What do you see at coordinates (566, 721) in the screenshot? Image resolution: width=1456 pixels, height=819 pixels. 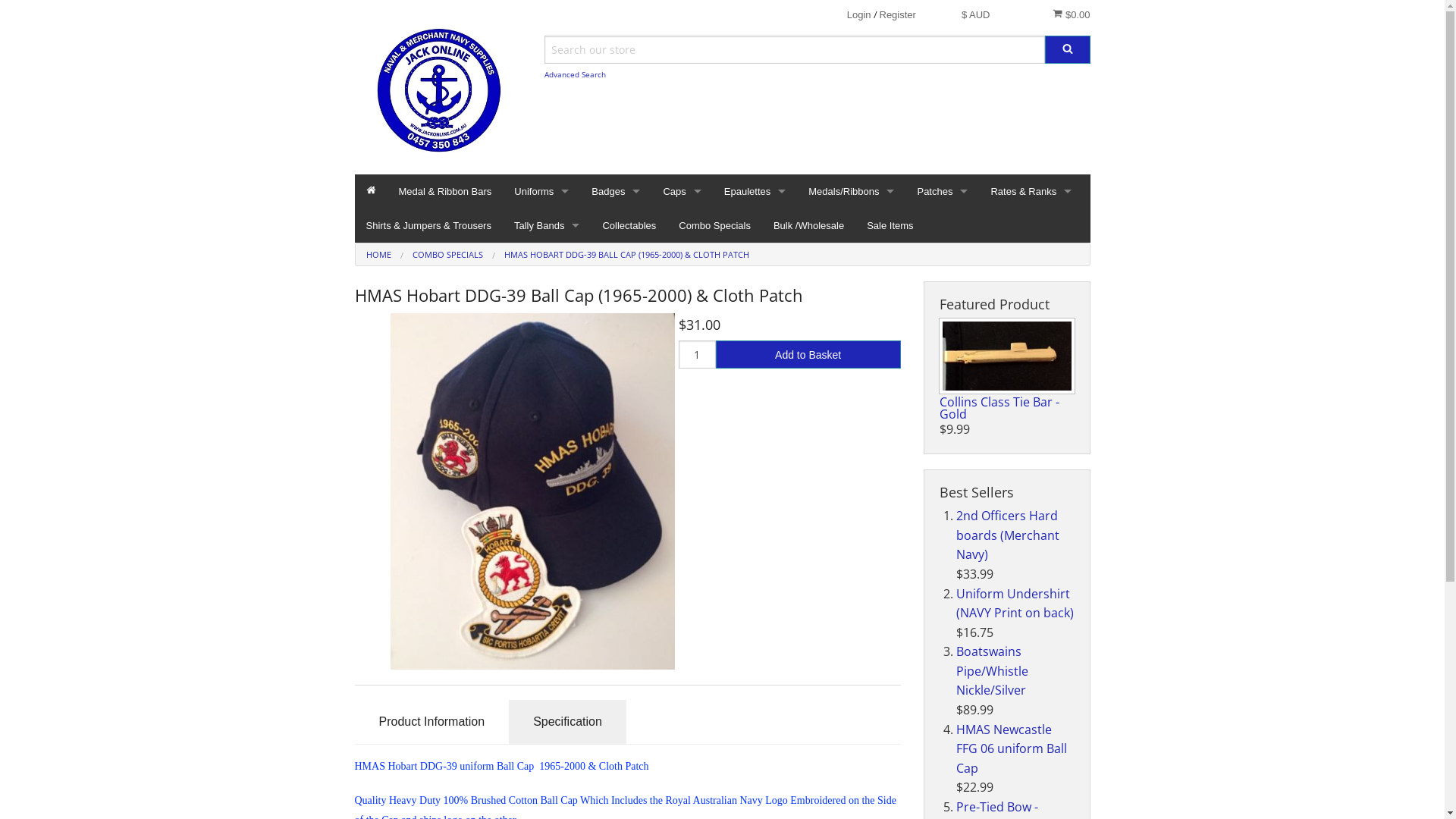 I see `'Specification'` at bounding box center [566, 721].